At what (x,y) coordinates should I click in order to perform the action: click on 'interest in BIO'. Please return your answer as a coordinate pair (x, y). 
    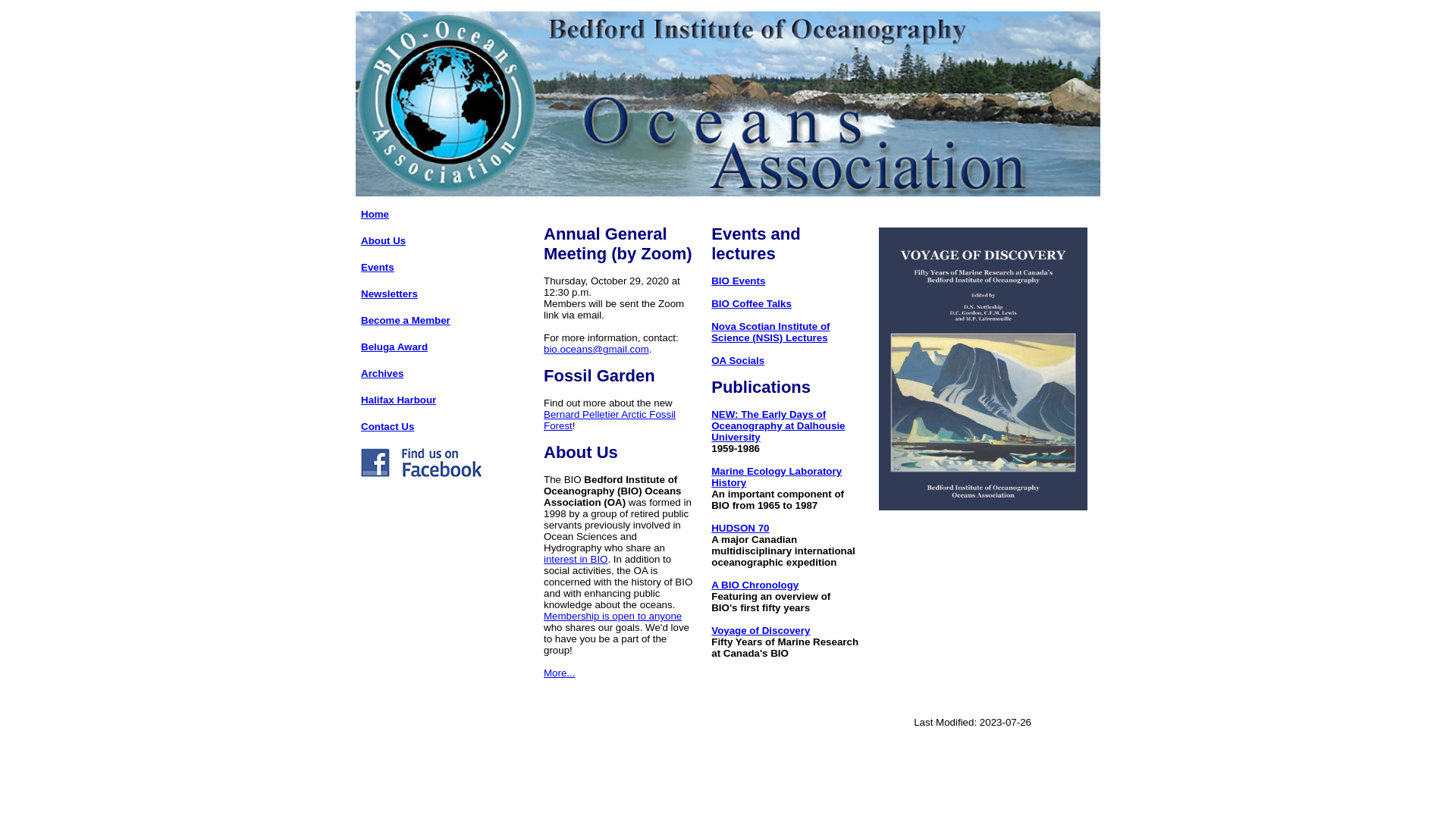
    Looking at the image, I should click on (574, 559).